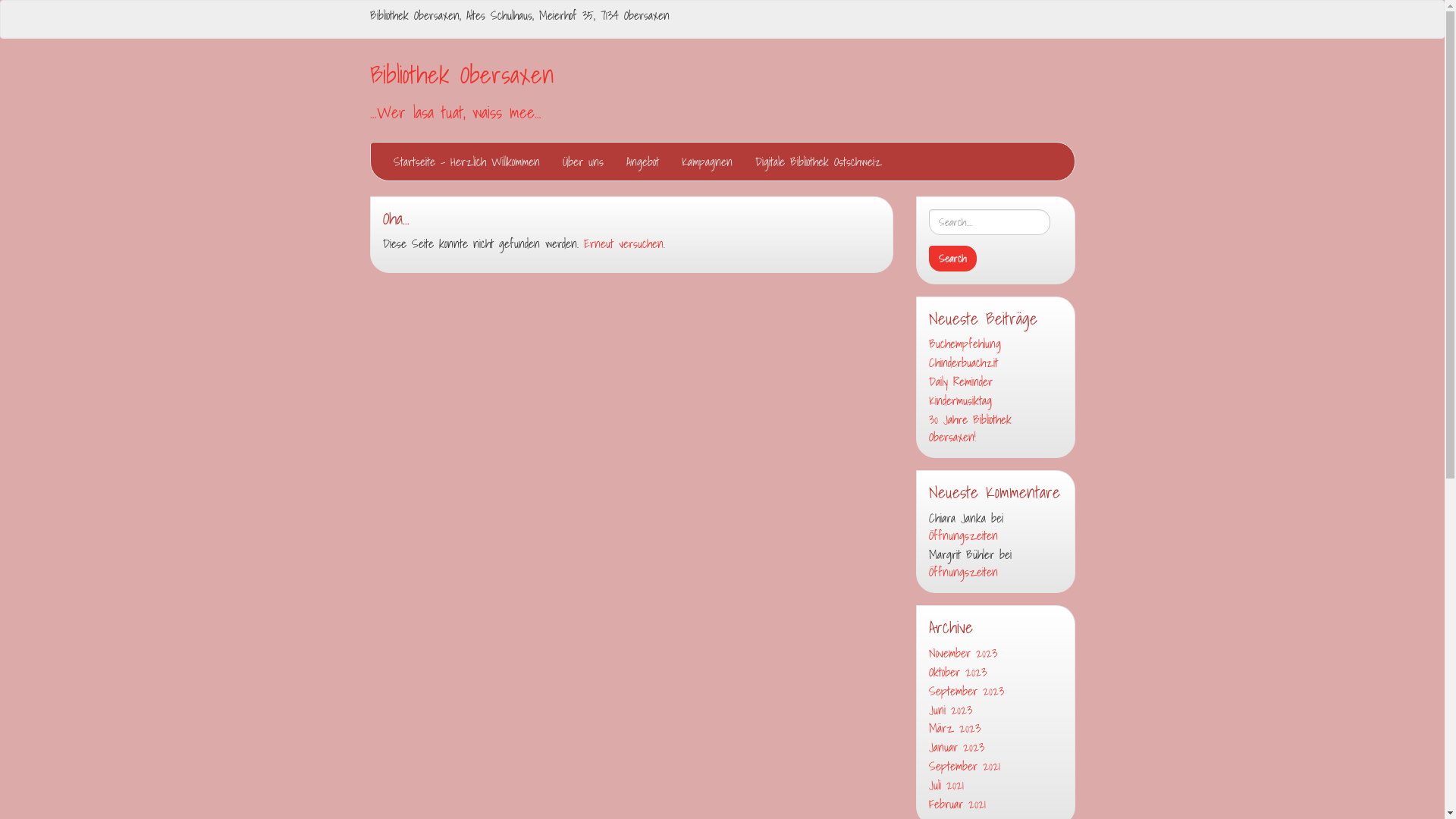 Image resolution: width=1456 pixels, height=819 pixels. Describe the element at coordinates (742, 161) in the screenshot. I see `'Digitale Bibliothek Ostschweiz'` at that location.